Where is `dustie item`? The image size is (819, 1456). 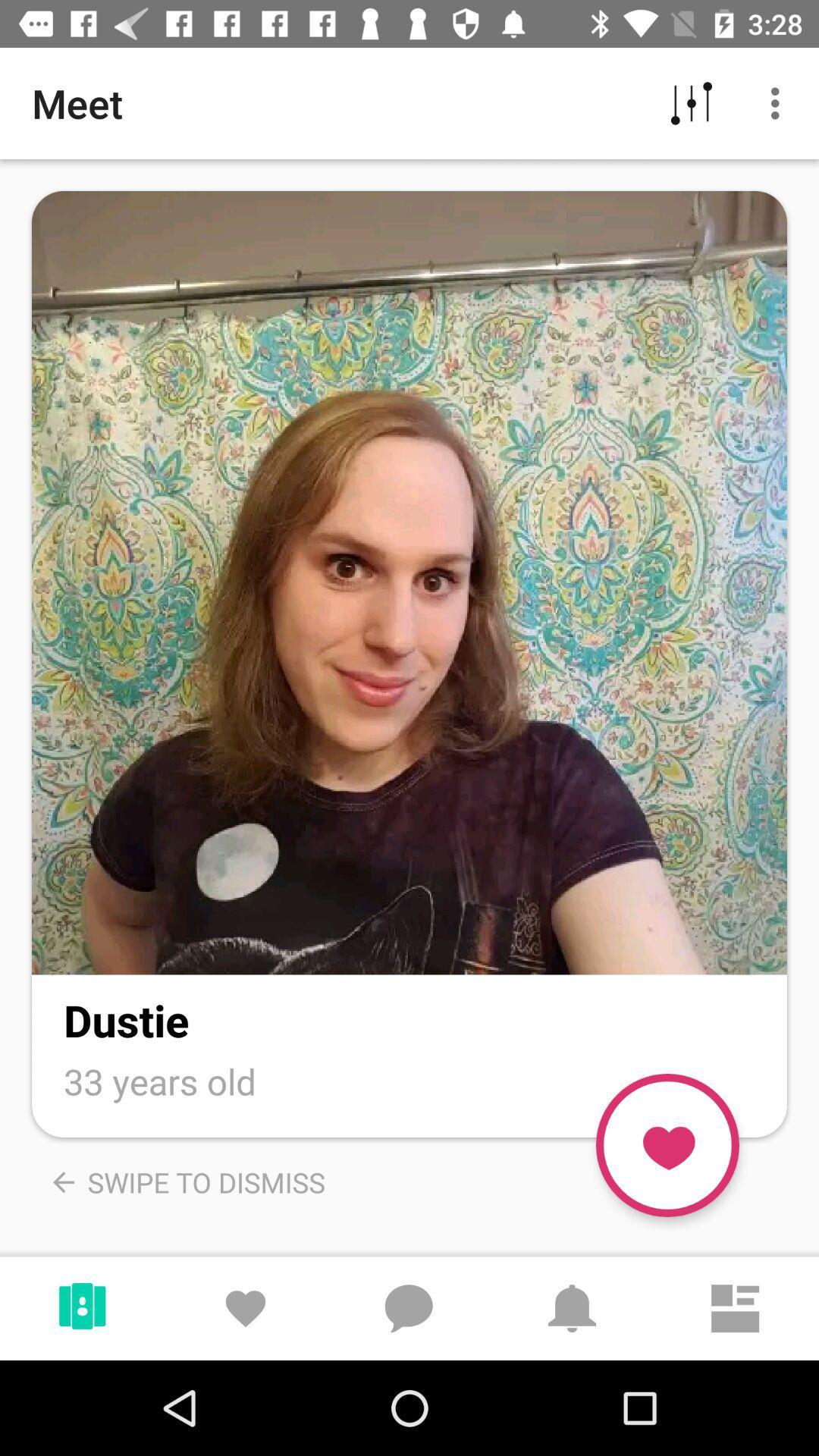
dustie item is located at coordinates (125, 1020).